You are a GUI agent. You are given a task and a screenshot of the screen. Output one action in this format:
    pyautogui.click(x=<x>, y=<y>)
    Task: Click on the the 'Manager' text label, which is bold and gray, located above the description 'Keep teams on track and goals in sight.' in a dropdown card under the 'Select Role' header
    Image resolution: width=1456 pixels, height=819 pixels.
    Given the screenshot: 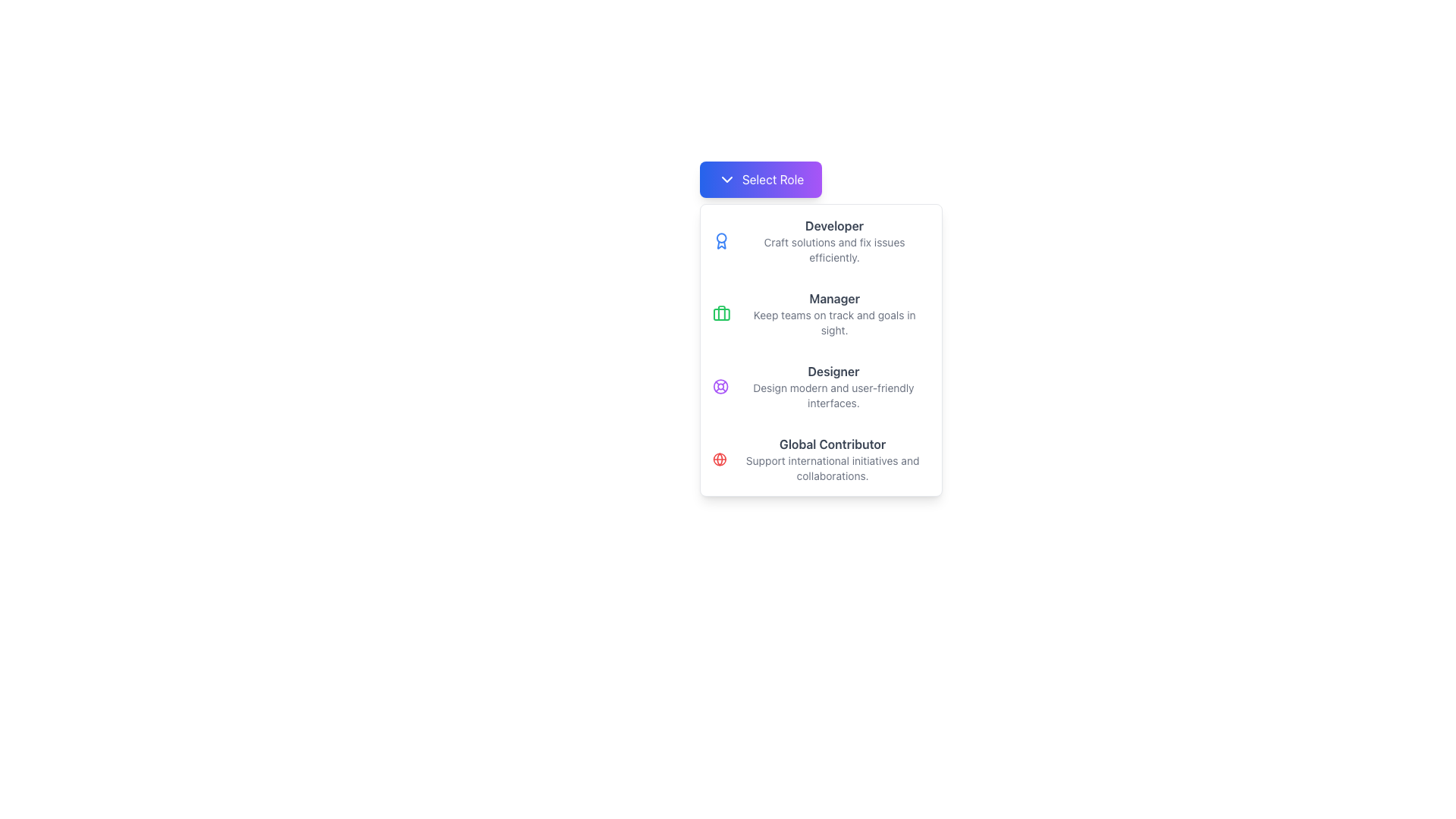 What is the action you would take?
    pyautogui.click(x=833, y=312)
    